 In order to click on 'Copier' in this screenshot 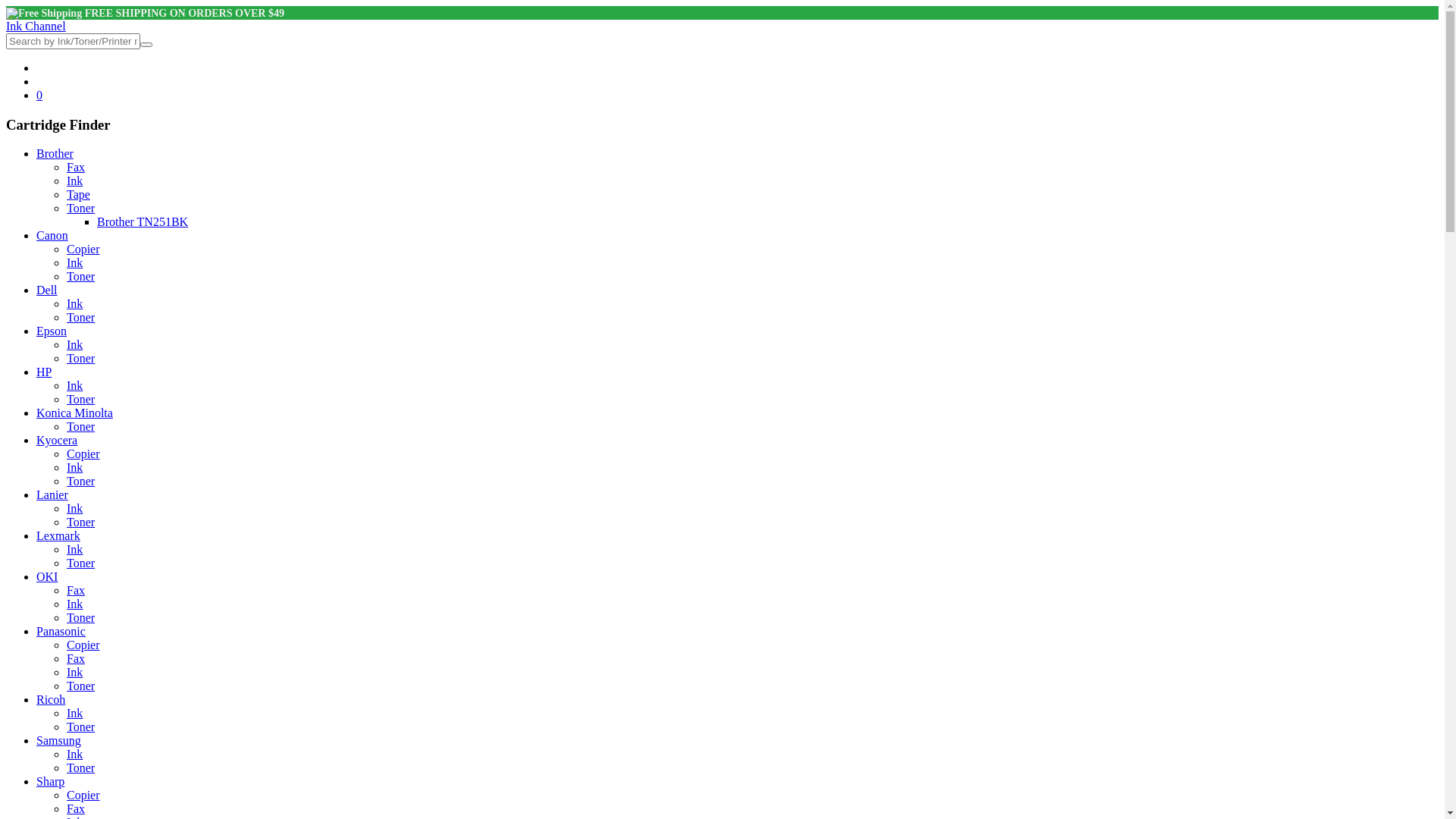, I will do `click(83, 248)`.